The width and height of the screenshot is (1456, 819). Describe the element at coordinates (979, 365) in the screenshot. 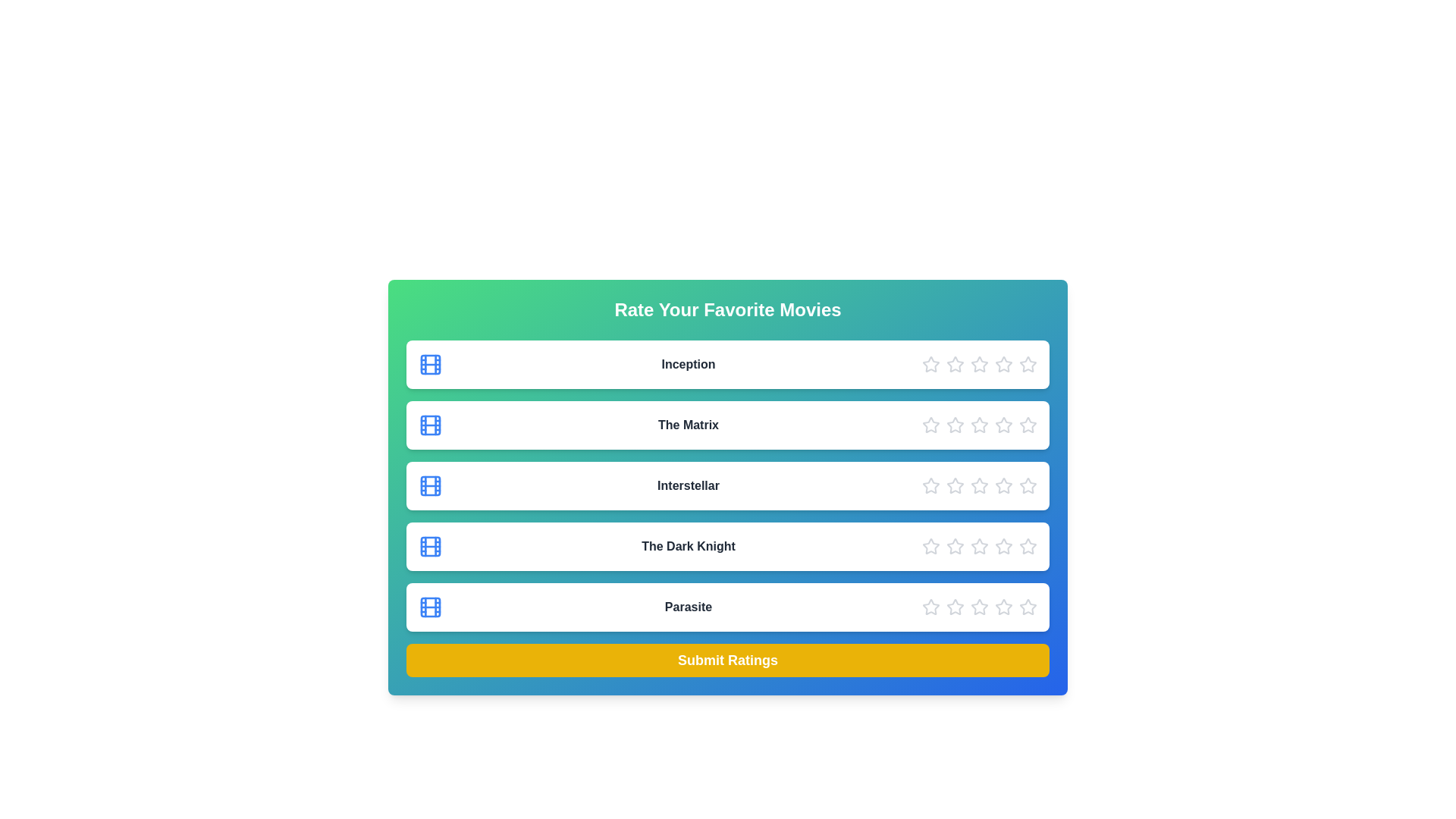

I see `the star corresponding to 3 to preview the rating` at that location.